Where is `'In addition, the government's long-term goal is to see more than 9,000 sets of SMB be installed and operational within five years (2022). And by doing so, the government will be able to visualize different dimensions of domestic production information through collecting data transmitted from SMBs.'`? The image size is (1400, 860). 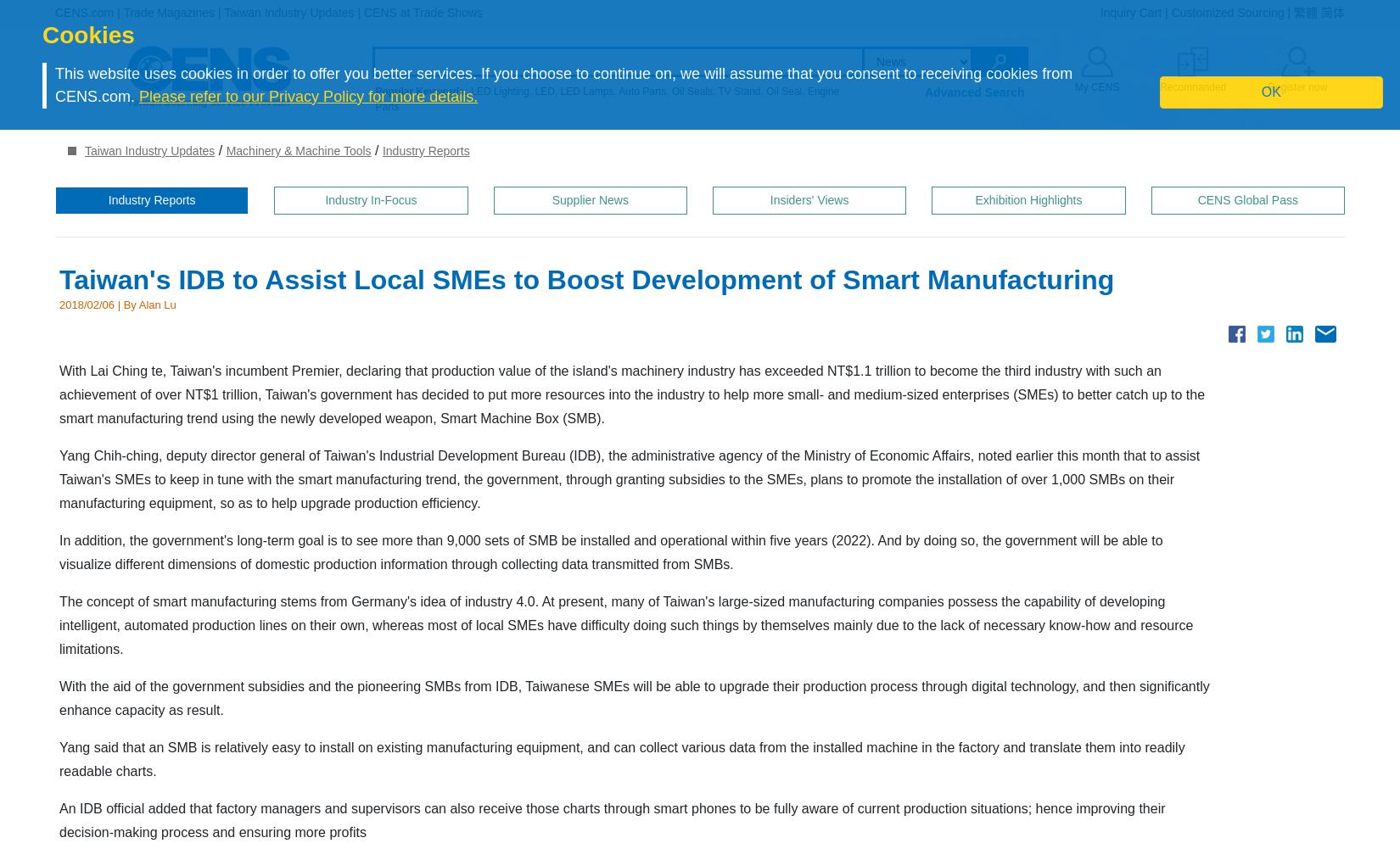
'In addition, the government's long-term goal is to see more than 9,000 sets of SMB be installed and operational within five years (2022). And by doing so, the government will be able to visualize different dimensions of domestic production information through collecting data transmitted from SMBs.' is located at coordinates (610, 551).